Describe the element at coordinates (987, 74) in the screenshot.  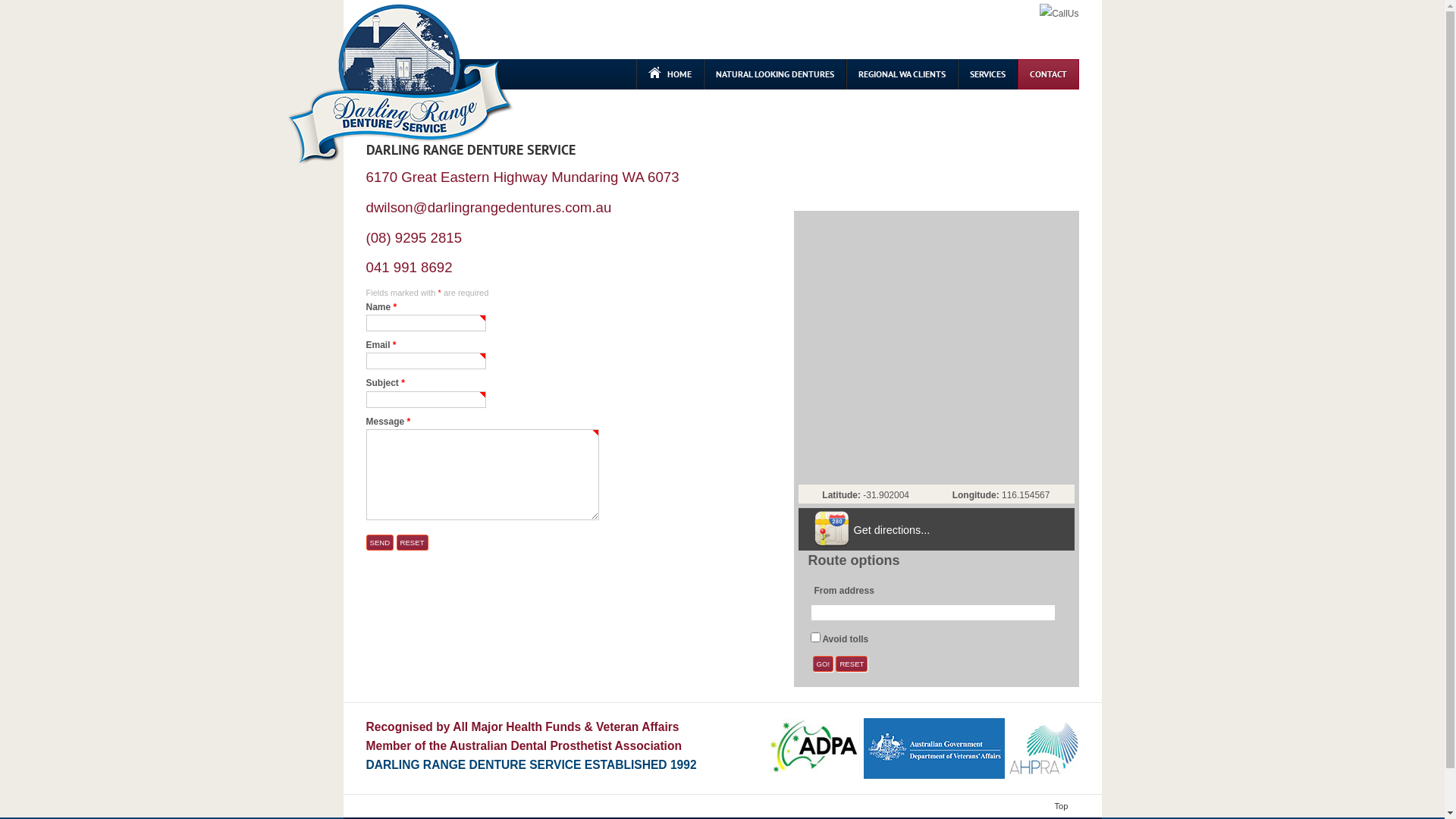
I see `'SERVICES'` at that location.